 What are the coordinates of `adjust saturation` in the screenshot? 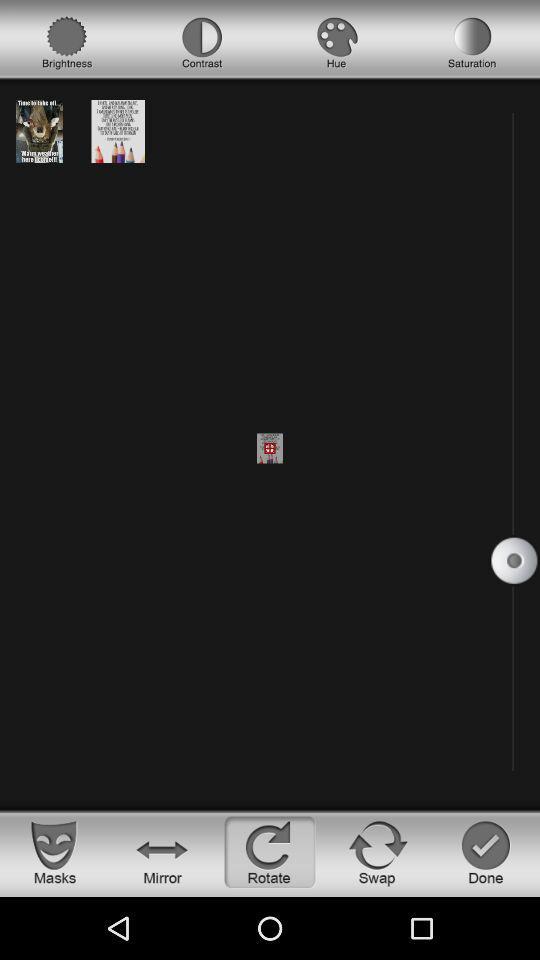 It's located at (472, 42).